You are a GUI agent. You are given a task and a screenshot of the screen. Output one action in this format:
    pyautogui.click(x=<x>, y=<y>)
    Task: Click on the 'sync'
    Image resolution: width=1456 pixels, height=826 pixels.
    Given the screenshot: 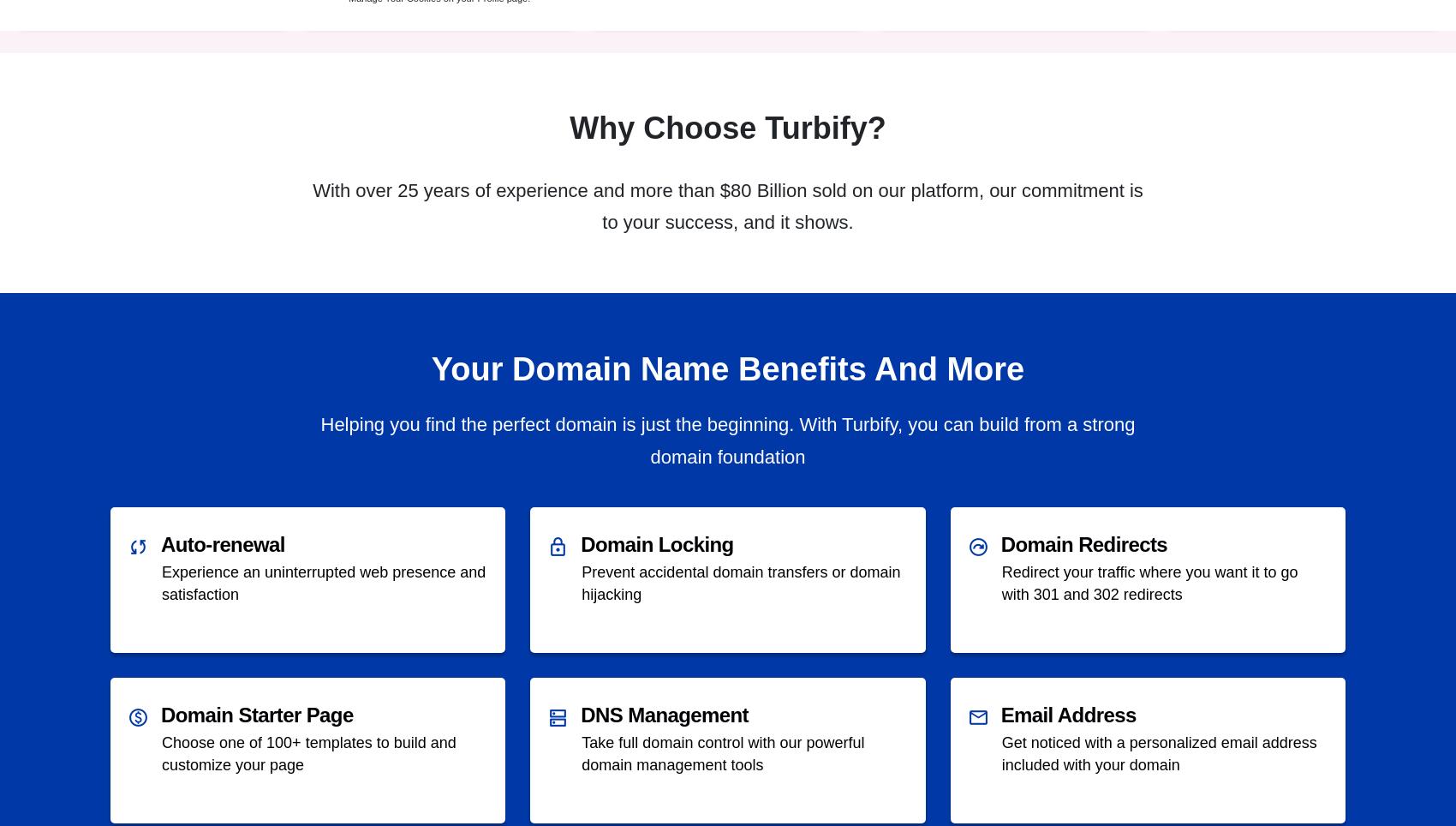 What is the action you would take?
    pyautogui.click(x=137, y=546)
    